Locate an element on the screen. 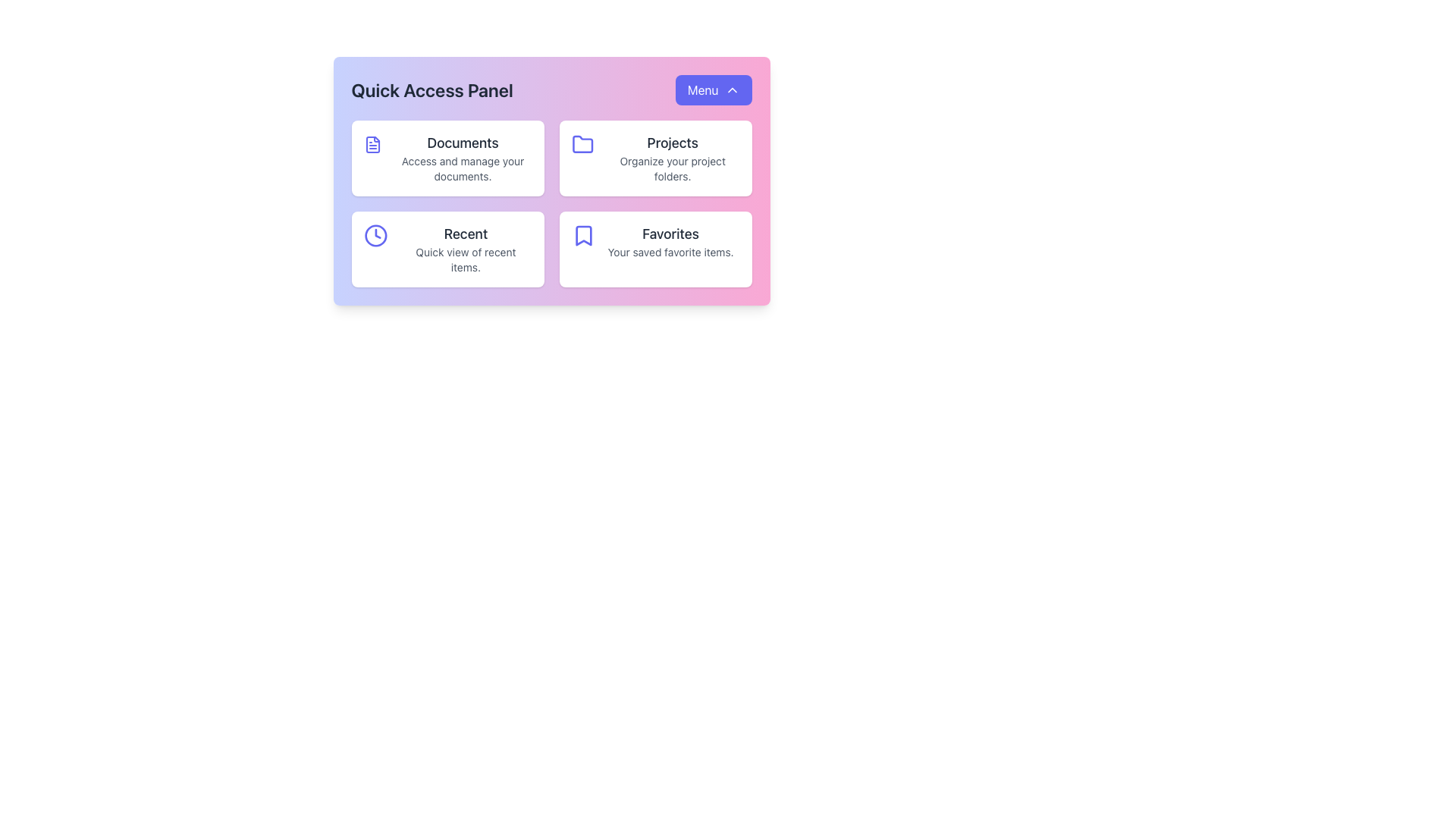  the indigo document icon with a paper-like appearance located at the top-left corner of the 'Documents' card in the grid is located at coordinates (372, 145).